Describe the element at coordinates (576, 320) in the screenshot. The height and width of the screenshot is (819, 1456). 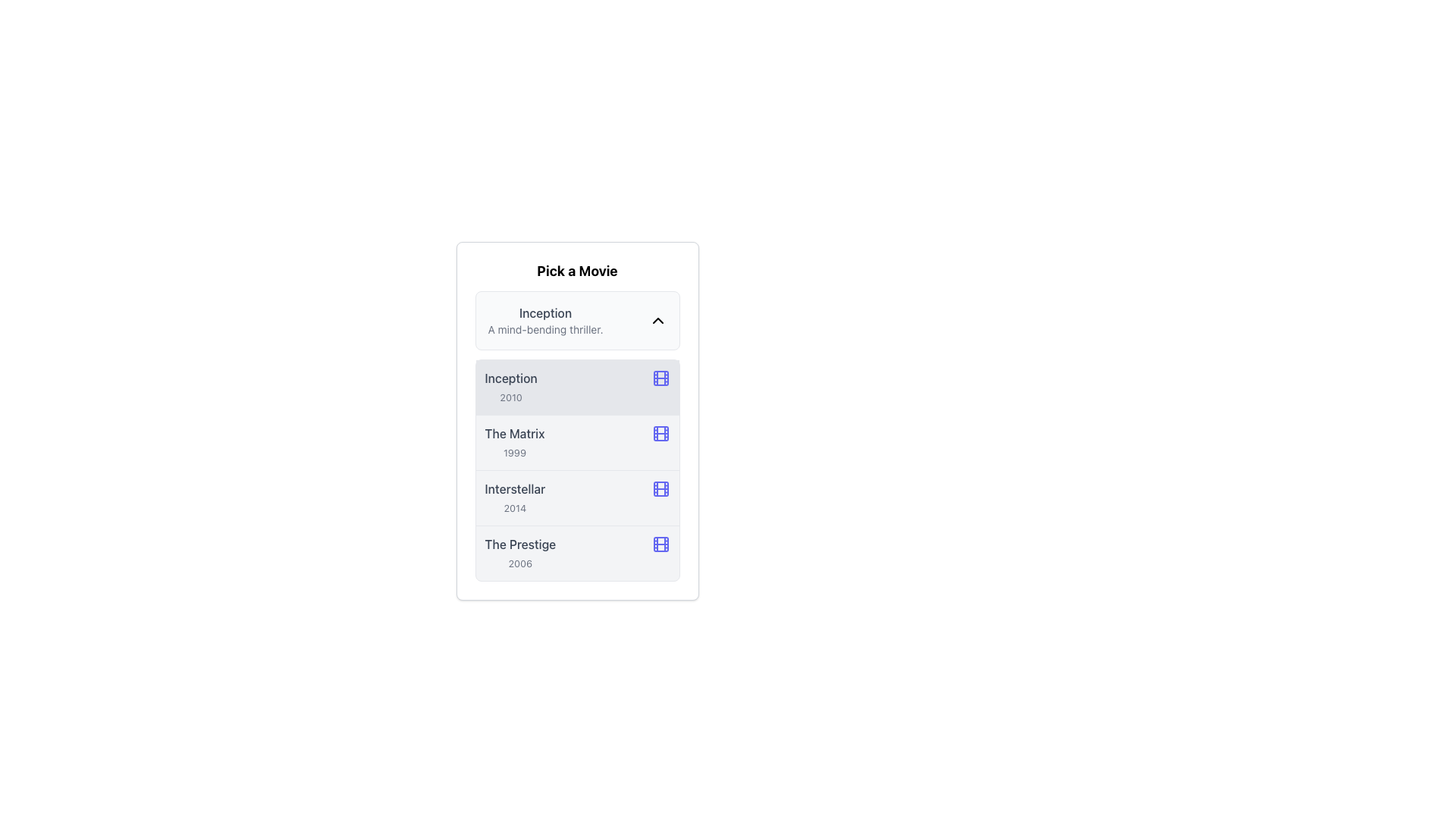
I see `the selectable item representing the movie 'Inception' in the dropdown list located beneath the title 'Pick a Movie'` at that location.